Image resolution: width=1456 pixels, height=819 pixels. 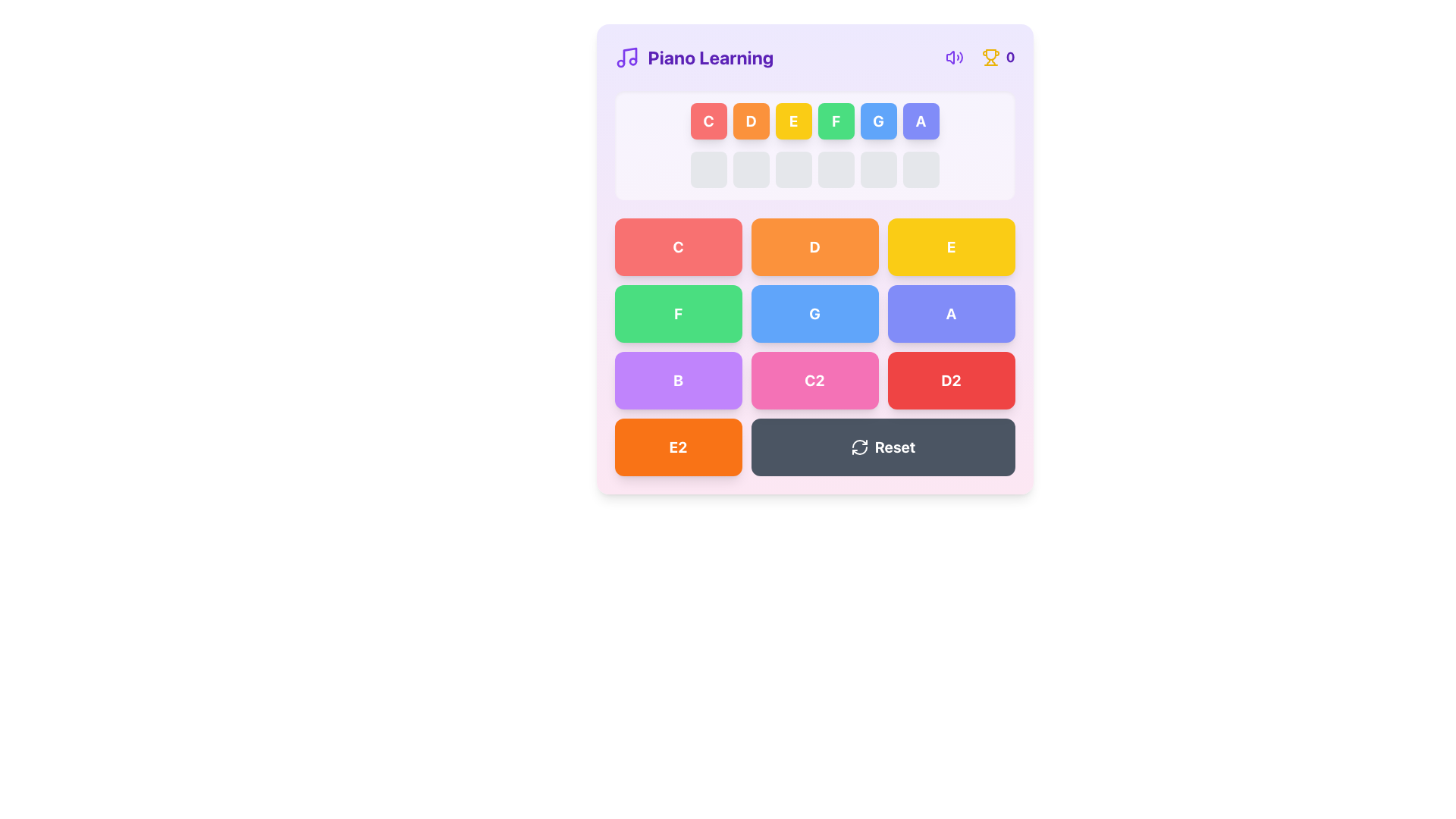 I want to click on the musical note 'F' button in the piano learning application, which is the fourth button from the left in the upper row below the header labeled 'Piano Learning', so click(x=835, y=120).